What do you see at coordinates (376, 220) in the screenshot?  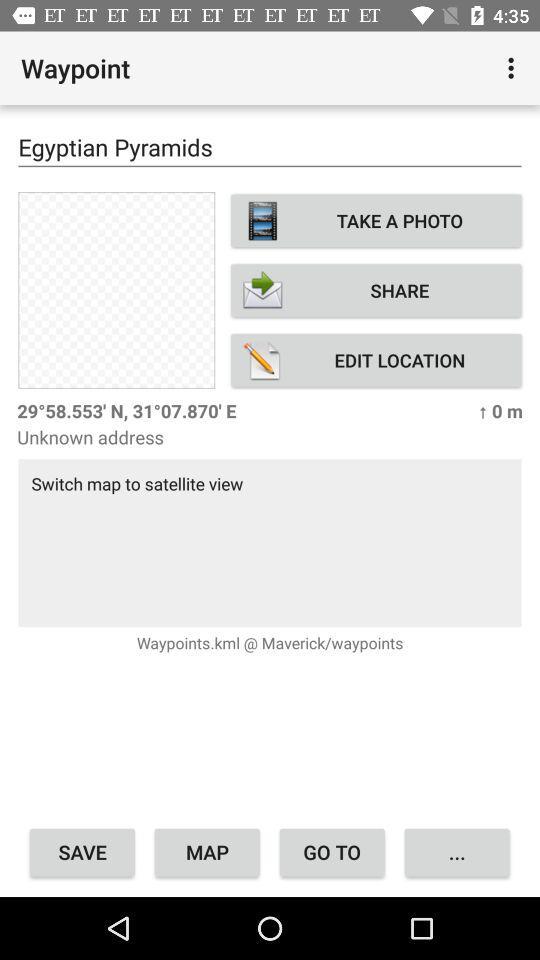 I see `icon above the share icon` at bounding box center [376, 220].